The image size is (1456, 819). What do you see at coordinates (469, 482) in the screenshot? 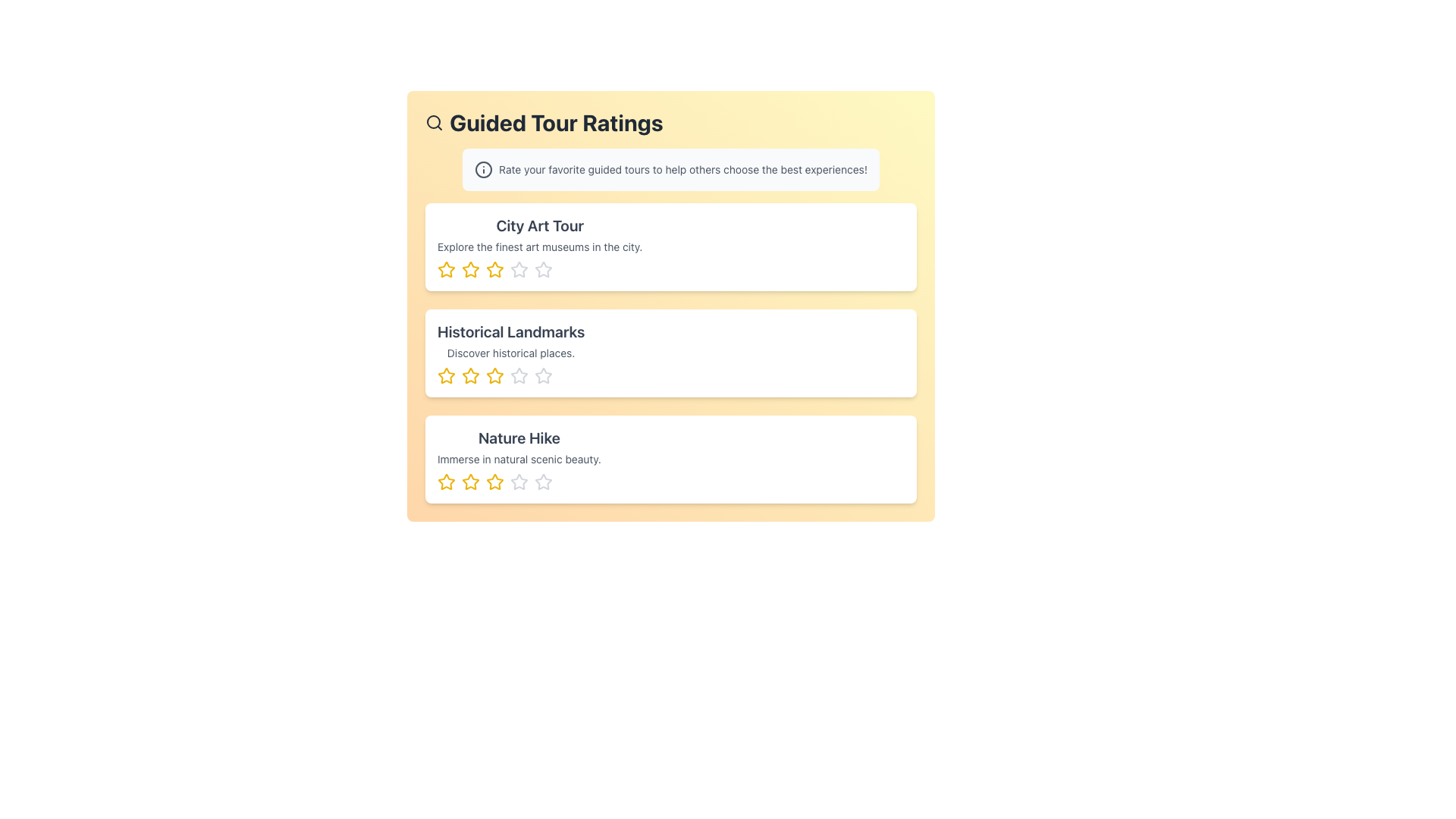
I see `the third star in the rating section for the 'Nature Hike' entry` at bounding box center [469, 482].